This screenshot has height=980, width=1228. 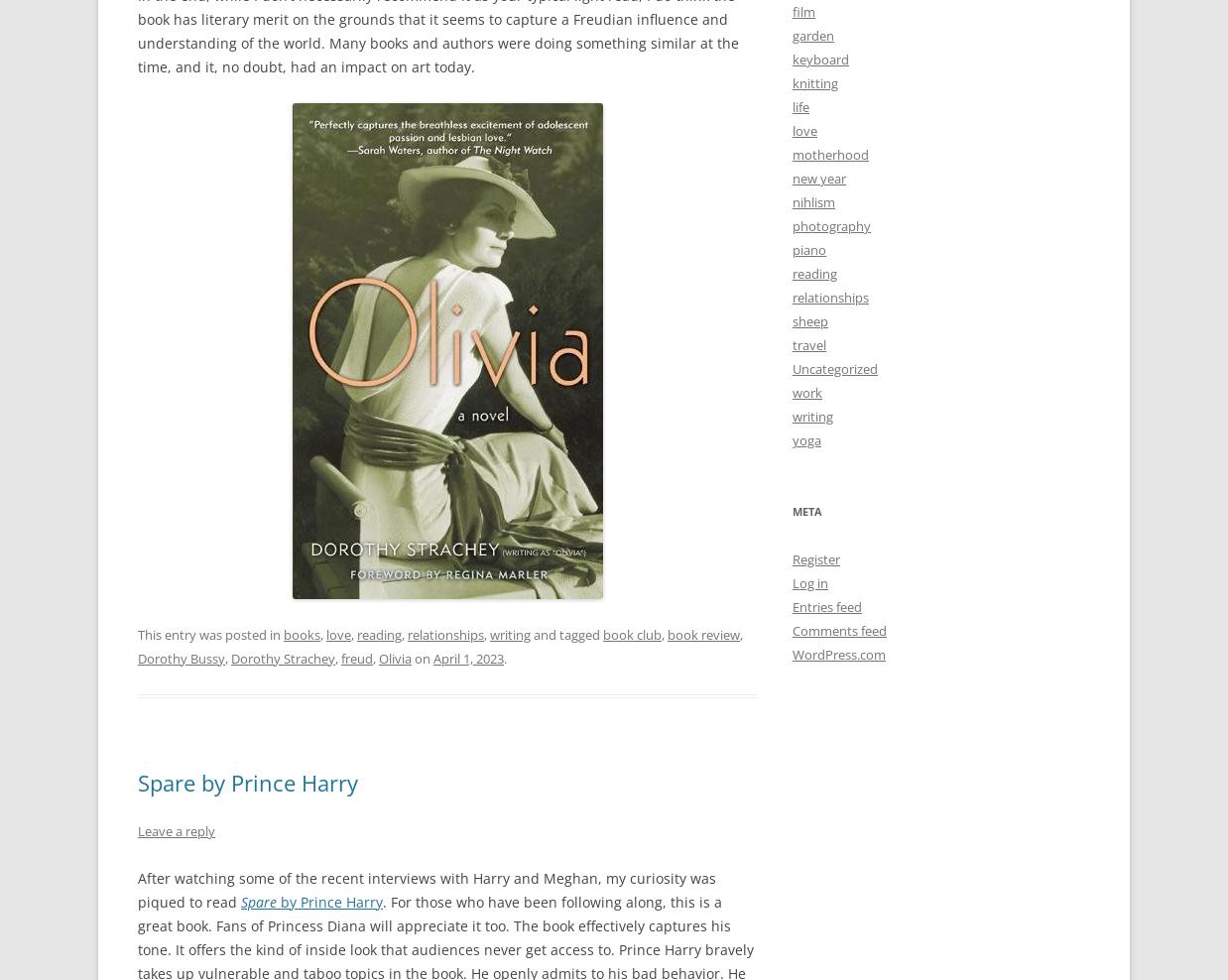 I want to click on 'book club', so click(x=631, y=633).